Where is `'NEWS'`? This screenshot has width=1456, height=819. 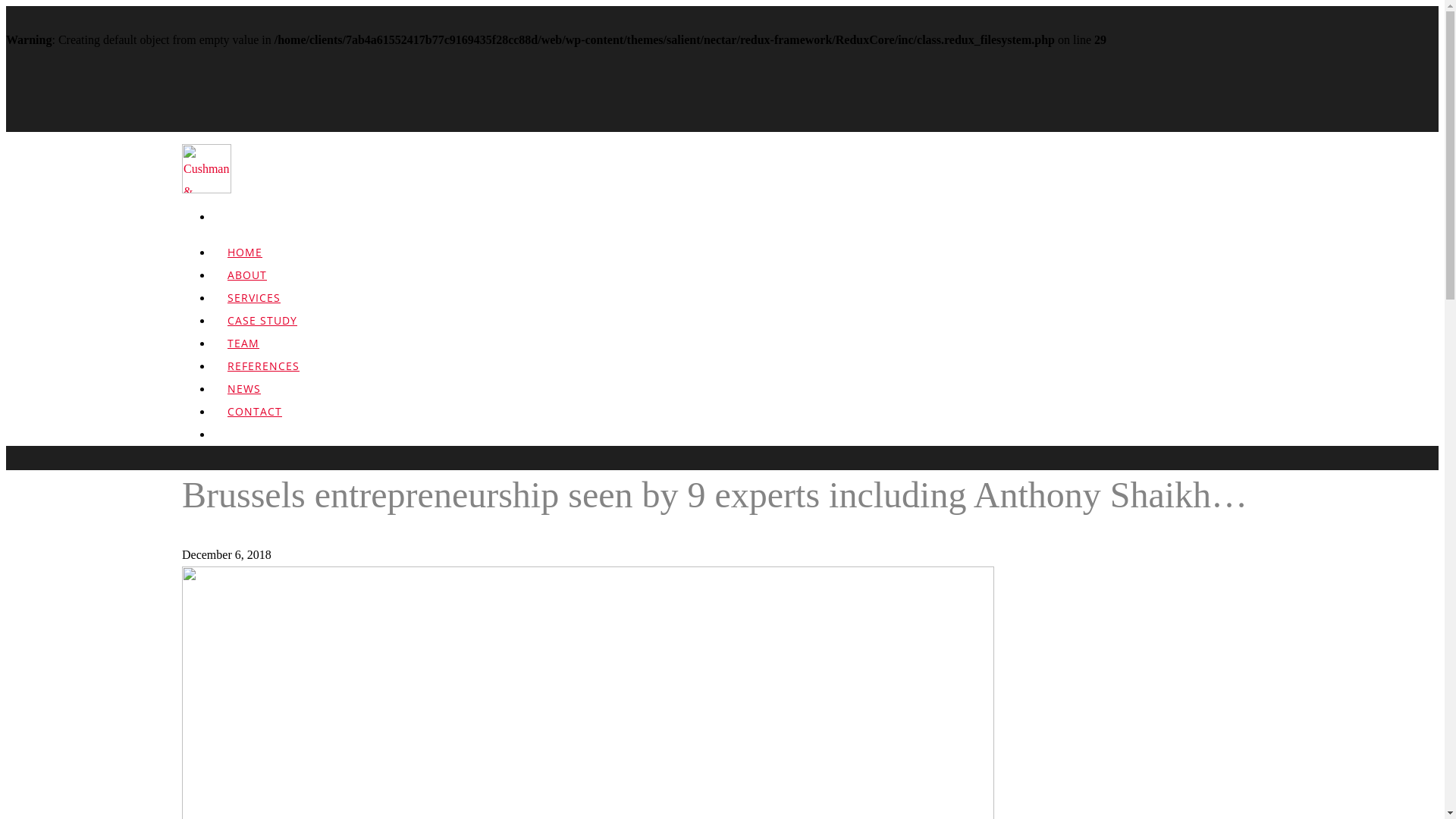
'NEWS' is located at coordinates (211, 398).